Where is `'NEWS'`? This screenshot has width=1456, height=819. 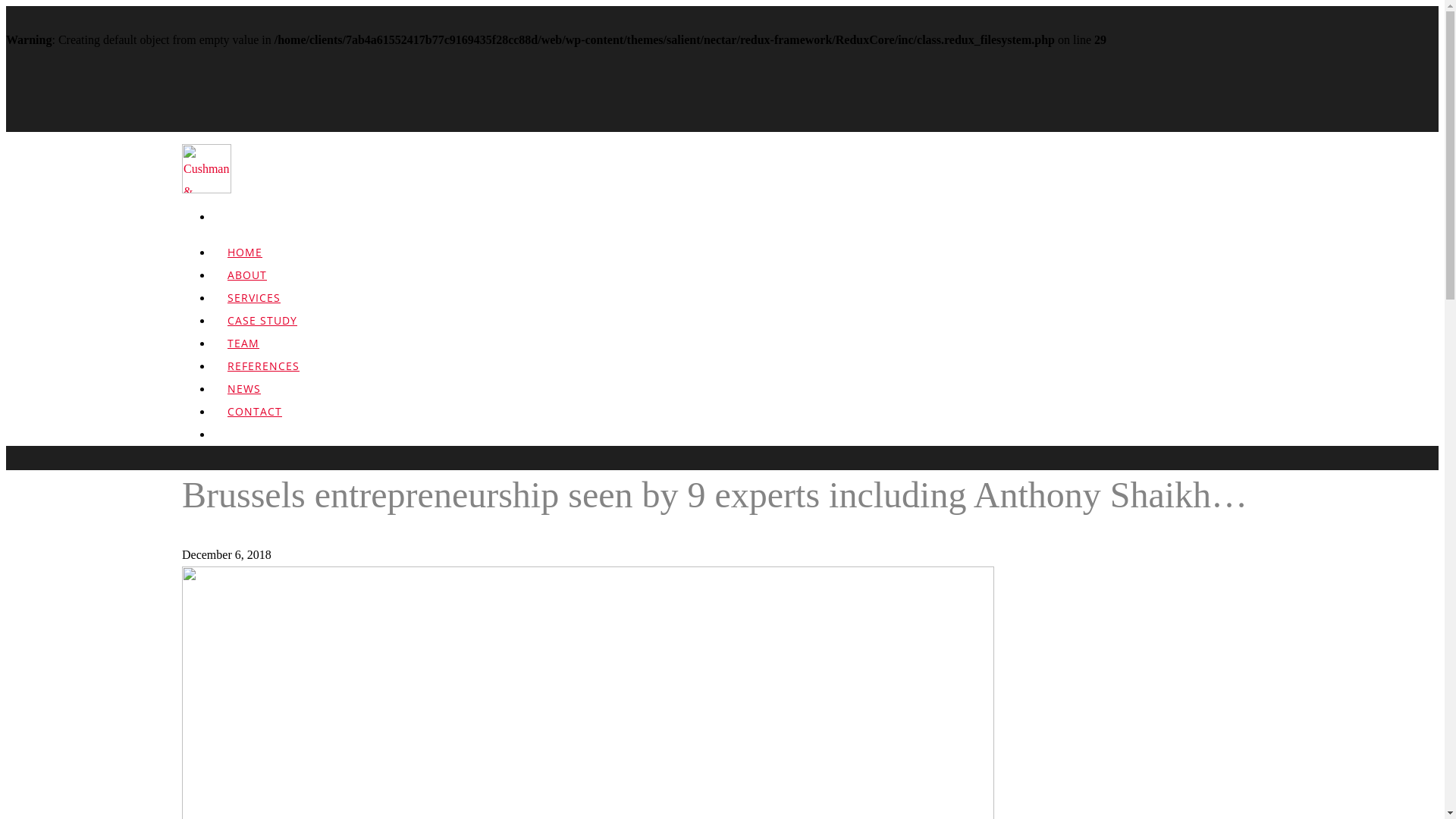
'NEWS' is located at coordinates (211, 398).